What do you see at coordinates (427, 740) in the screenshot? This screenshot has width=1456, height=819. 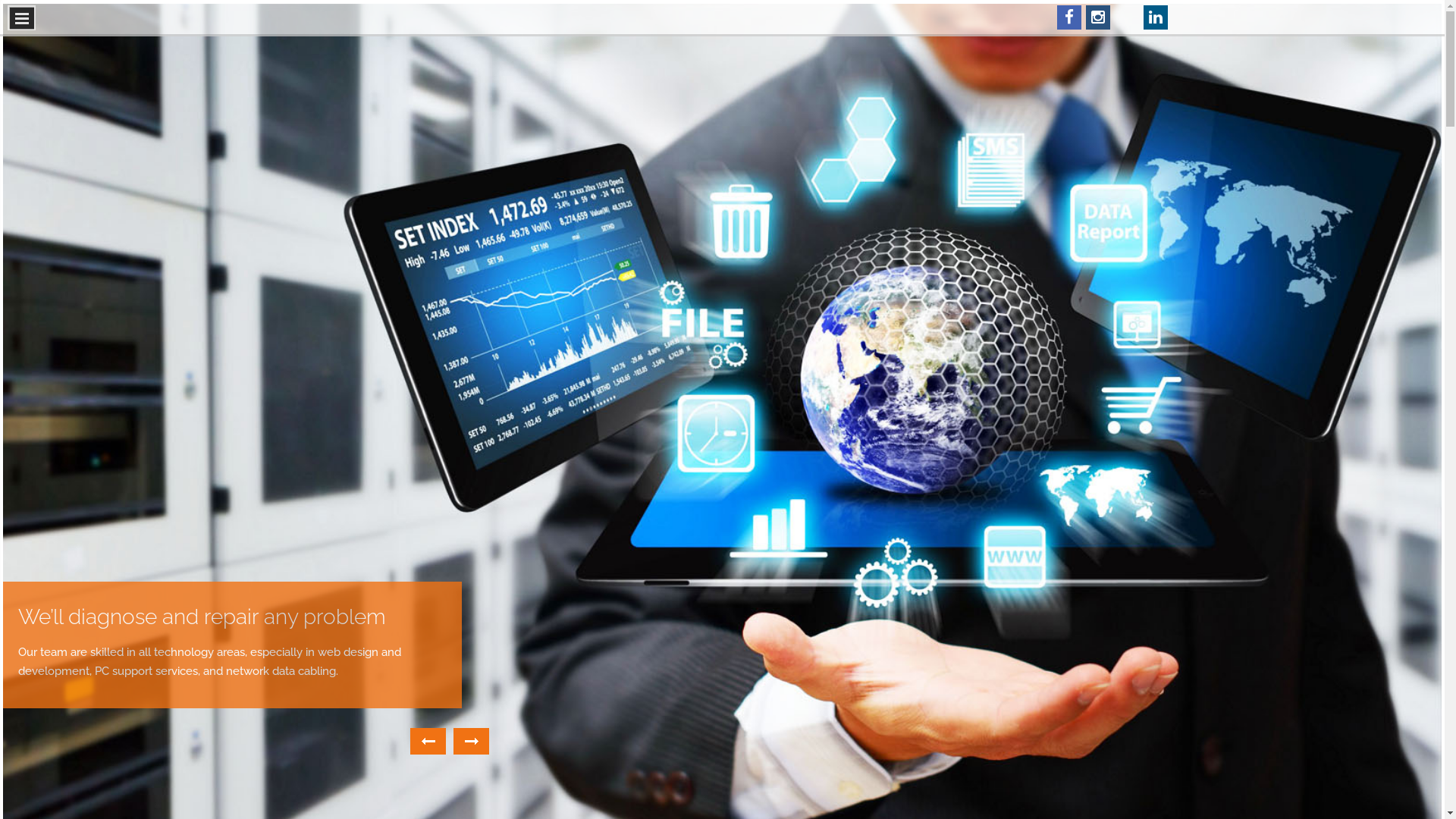 I see `'Previous'` at bounding box center [427, 740].